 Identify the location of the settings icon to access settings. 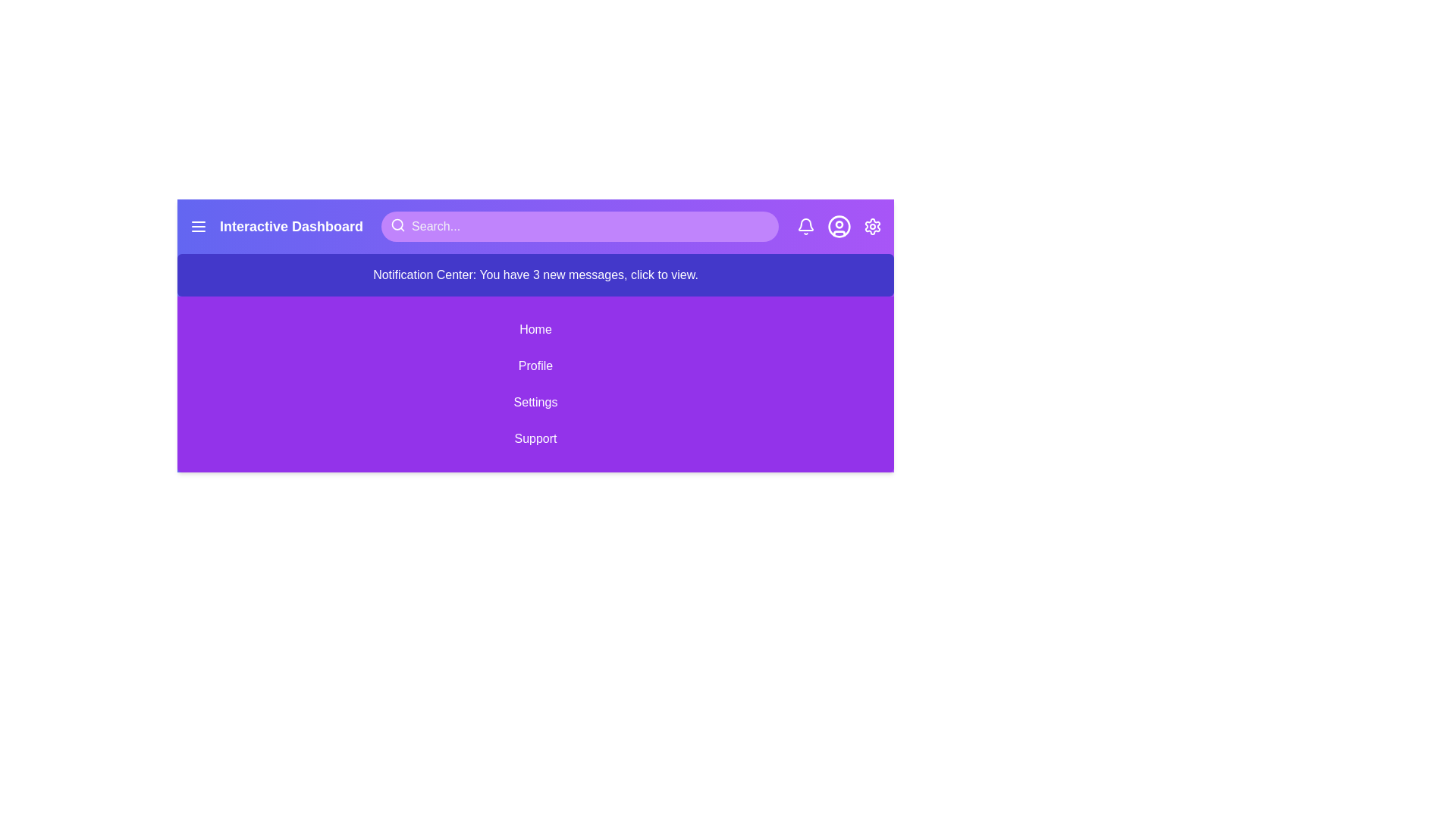
(873, 227).